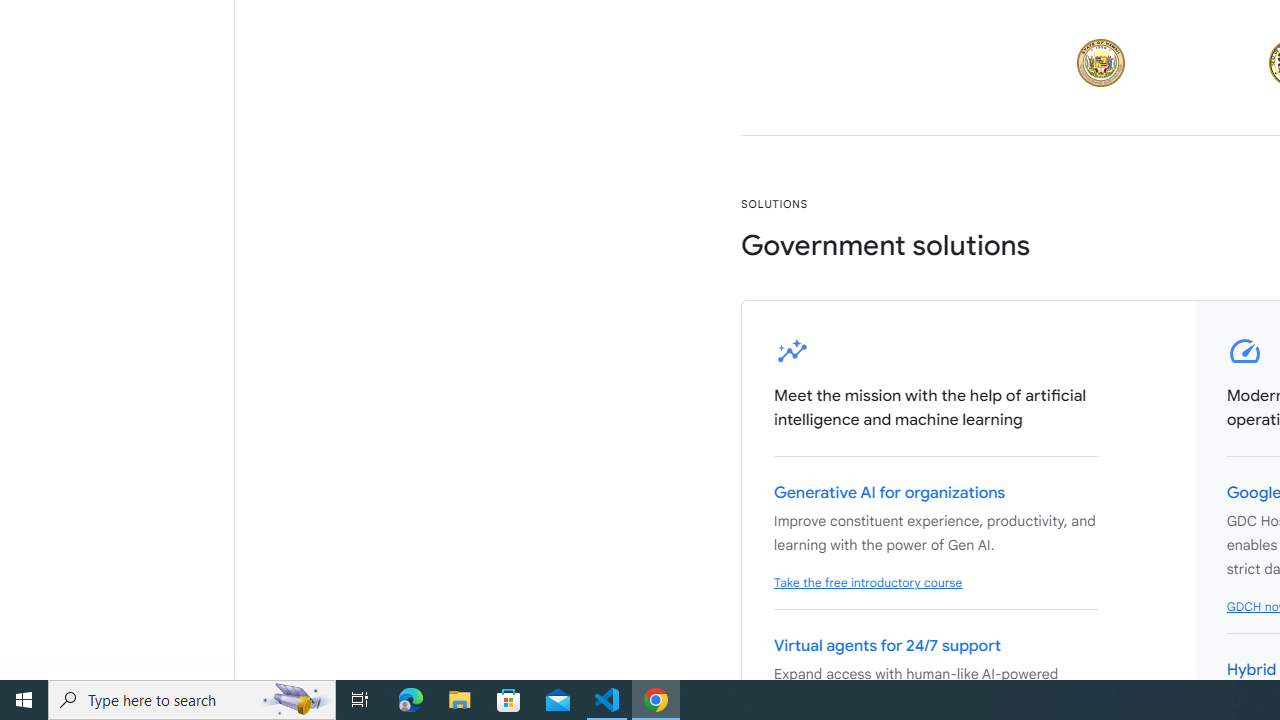  I want to click on 'State of Hawaii', so click(1100, 62).